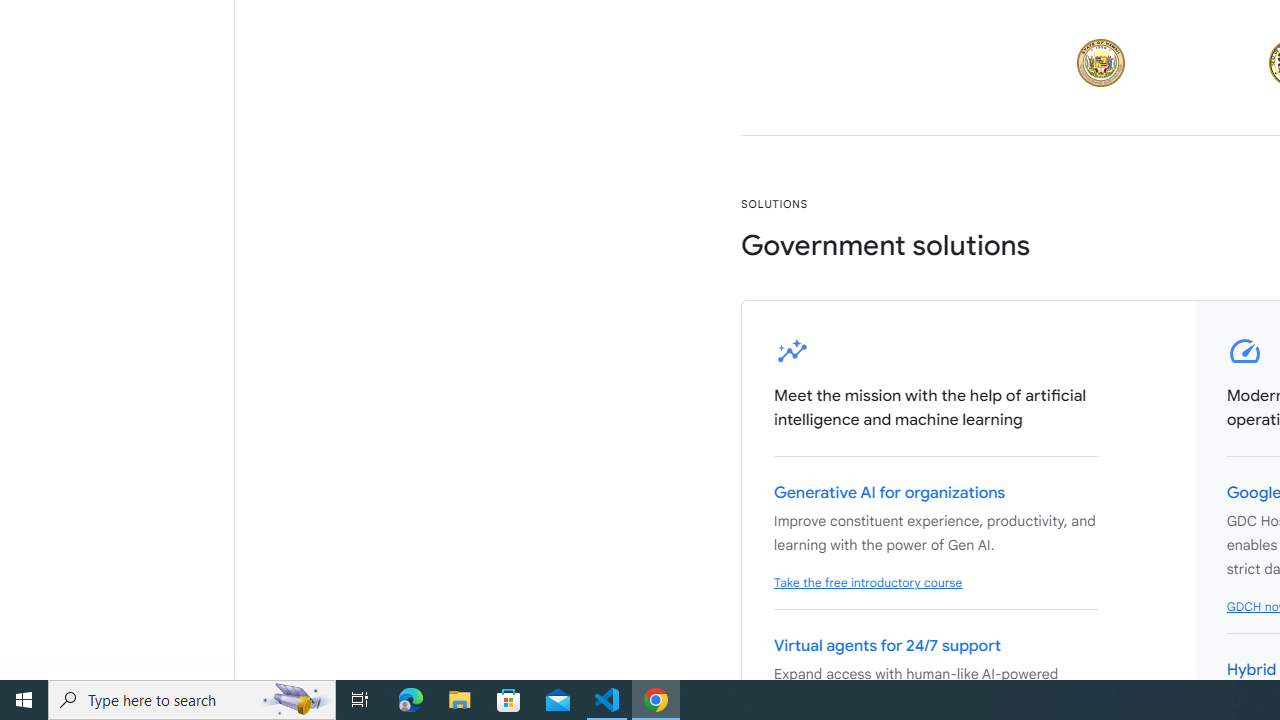  I want to click on 'State of Hawaii', so click(1100, 62).